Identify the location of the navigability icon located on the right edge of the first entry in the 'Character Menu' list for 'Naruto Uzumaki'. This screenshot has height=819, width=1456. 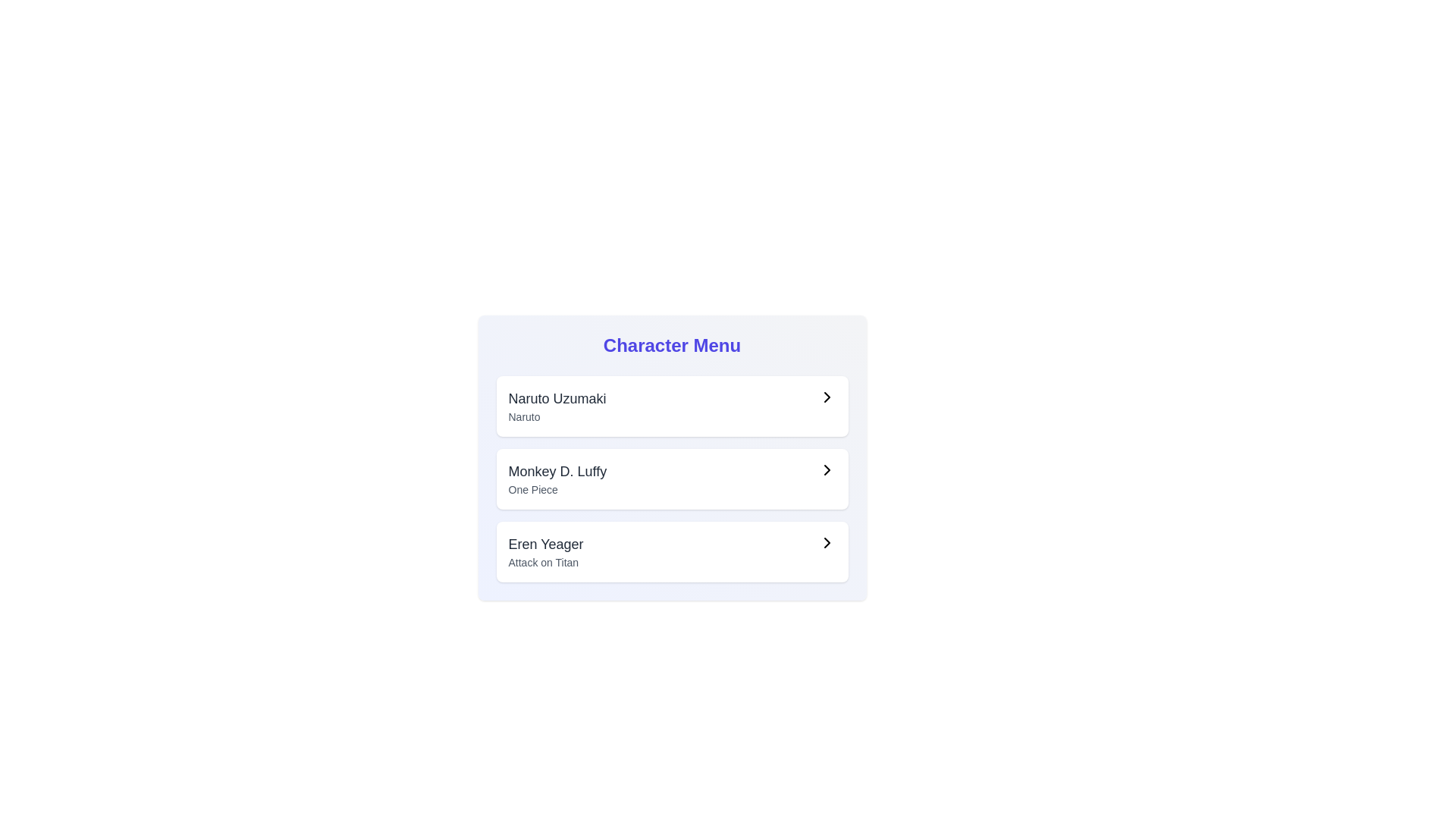
(826, 397).